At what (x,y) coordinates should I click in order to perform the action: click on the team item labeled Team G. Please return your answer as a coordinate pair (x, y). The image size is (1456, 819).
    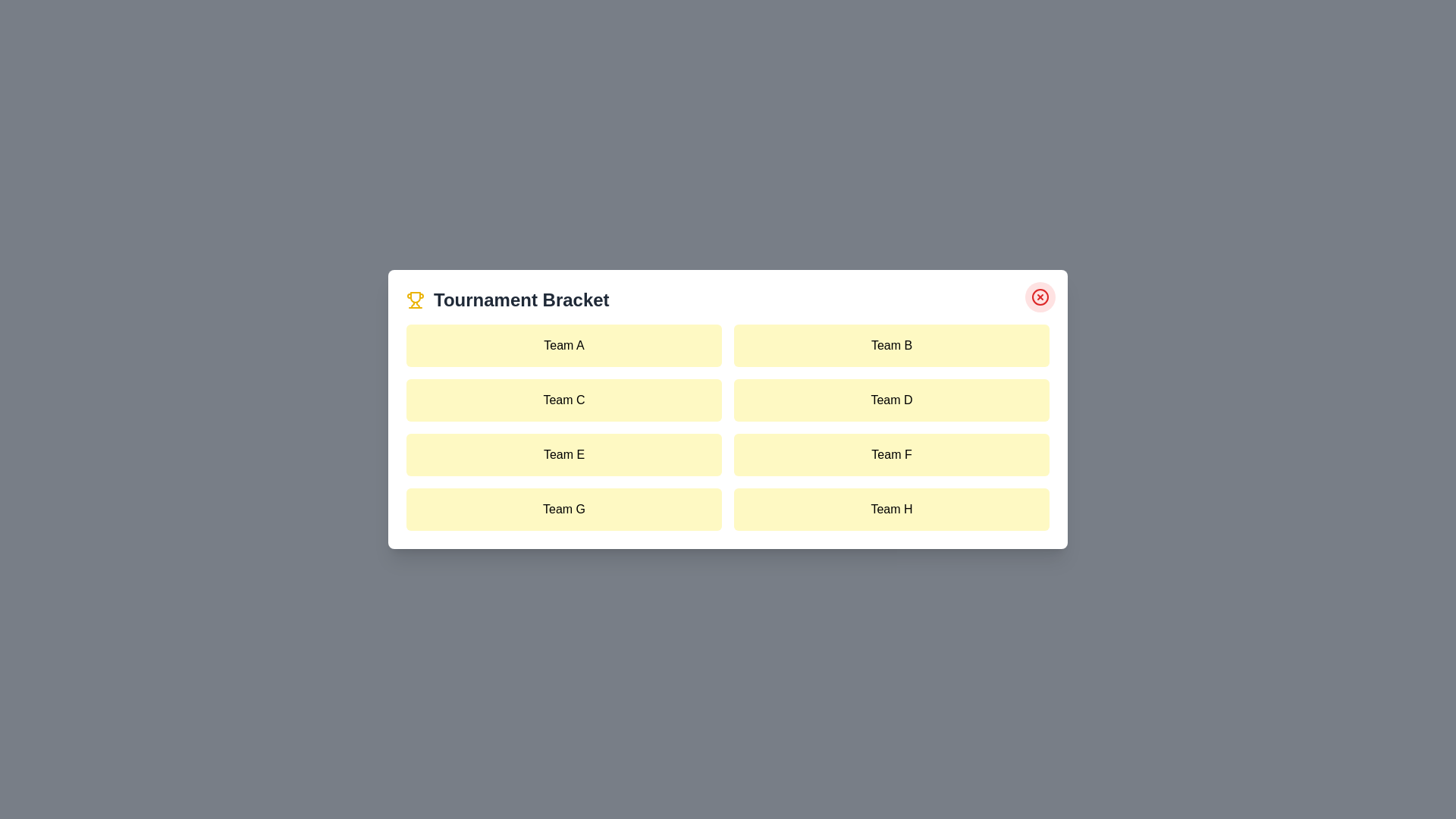
    Looking at the image, I should click on (563, 509).